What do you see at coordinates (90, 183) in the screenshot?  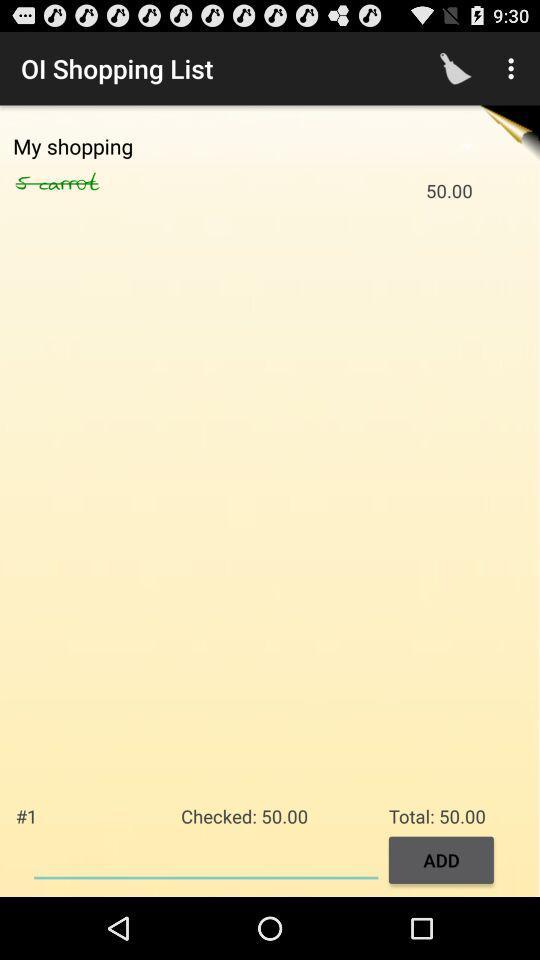 I see `carrot  icon` at bounding box center [90, 183].